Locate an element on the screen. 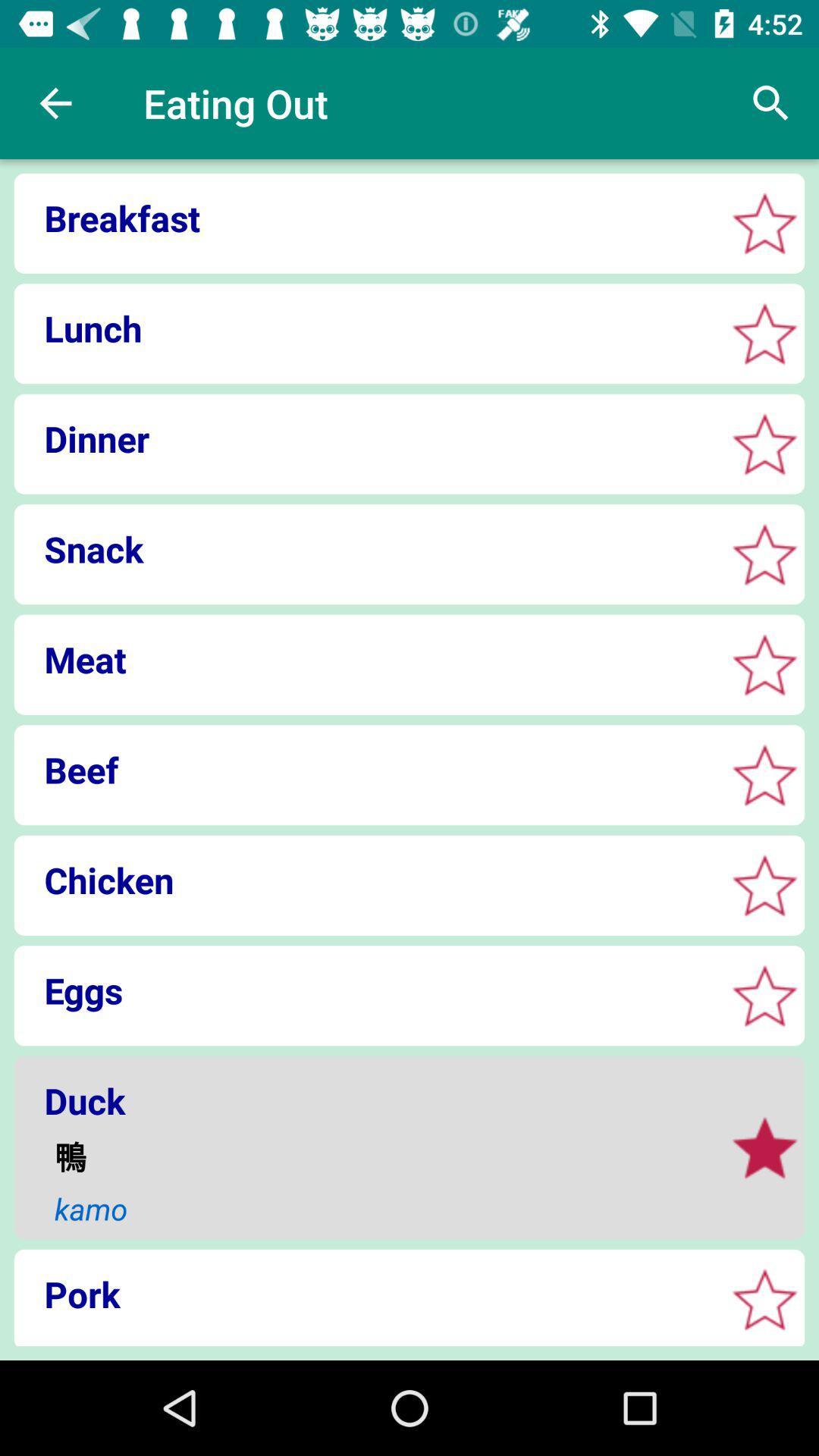  item above lunch item is located at coordinates (365, 217).